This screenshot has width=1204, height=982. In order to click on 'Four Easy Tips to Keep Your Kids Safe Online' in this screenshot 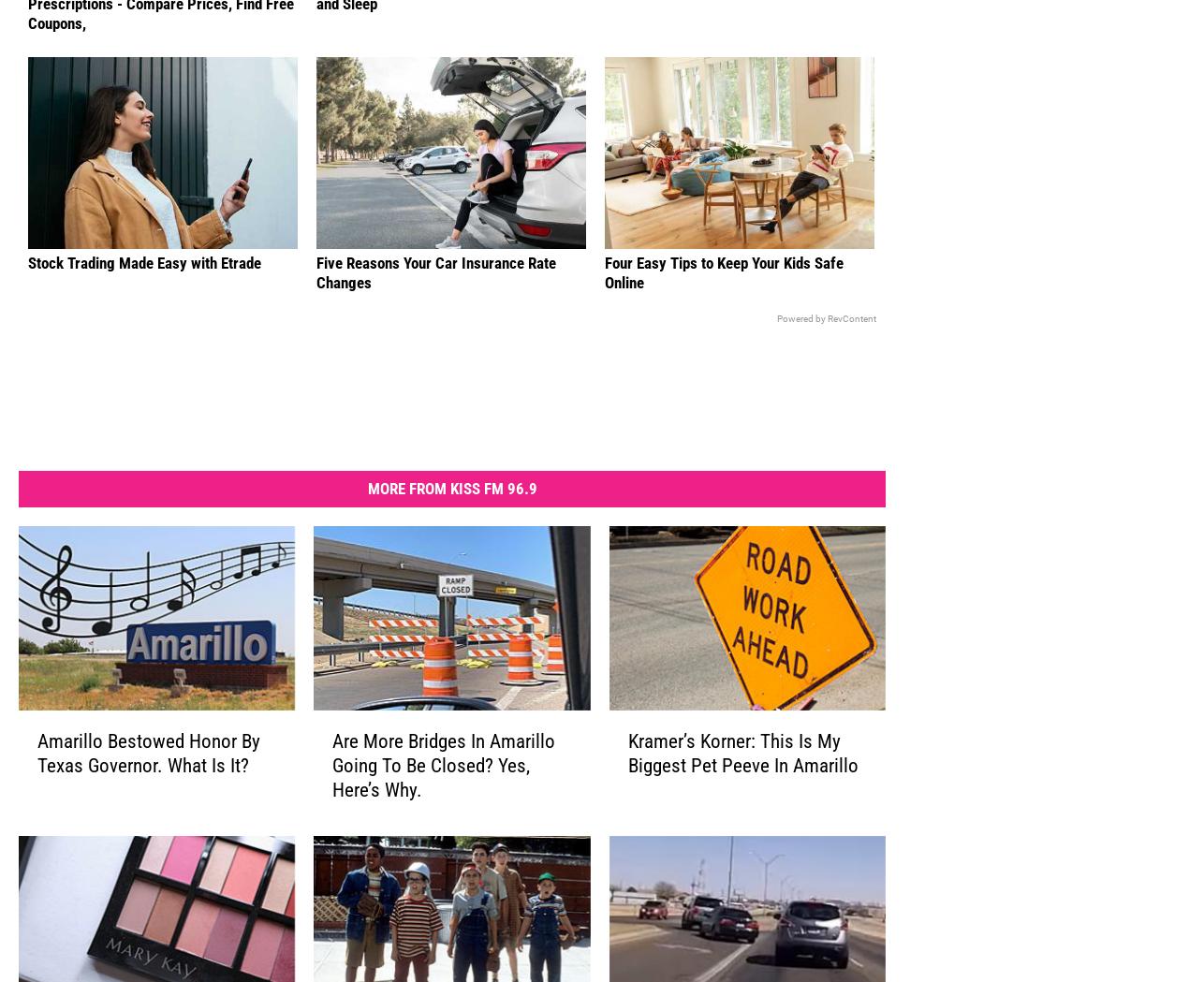, I will do `click(604, 301)`.